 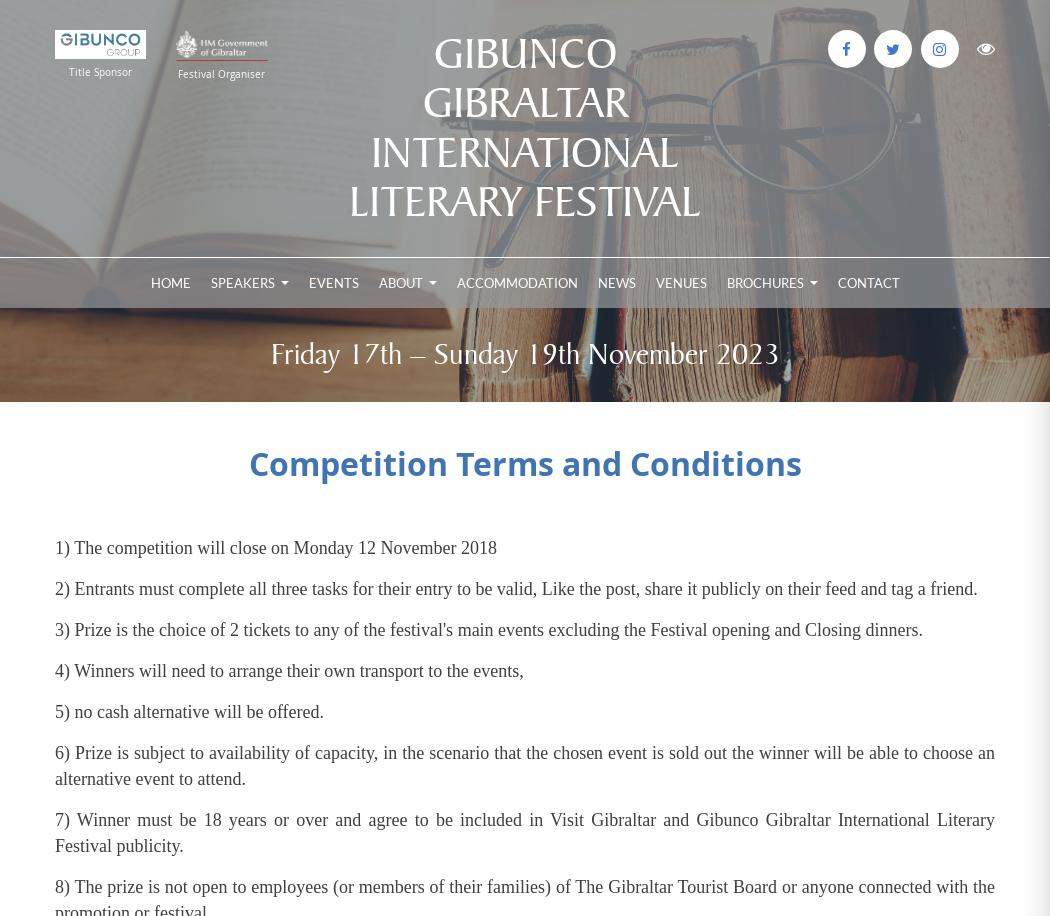 What do you see at coordinates (680, 283) in the screenshot?
I see `'Venues'` at bounding box center [680, 283].